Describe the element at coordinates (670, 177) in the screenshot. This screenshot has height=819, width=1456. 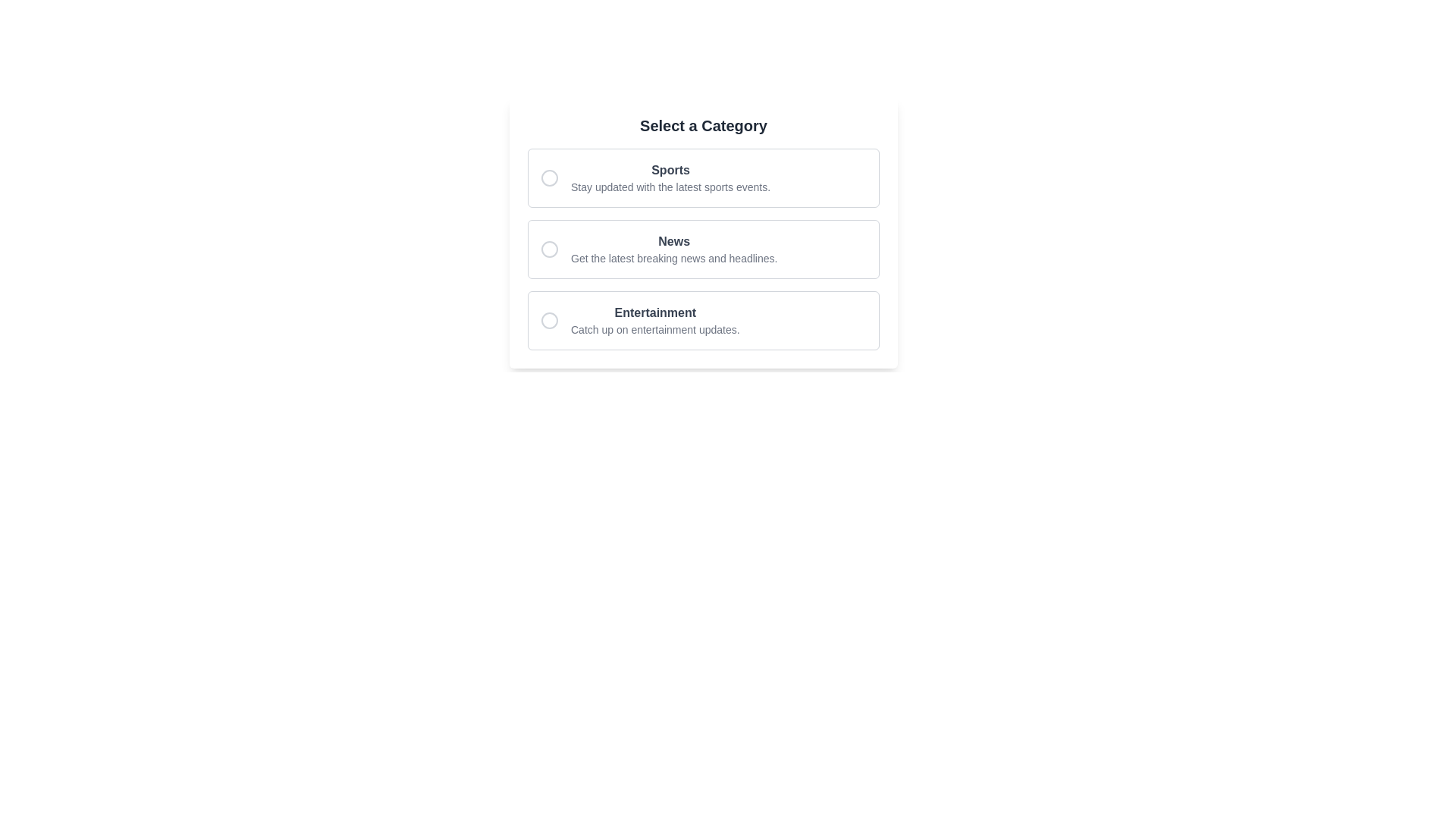
I see `the selectable category labeled 'Sports' which is part of a list of options, positioned above the 'News' option` at that location.